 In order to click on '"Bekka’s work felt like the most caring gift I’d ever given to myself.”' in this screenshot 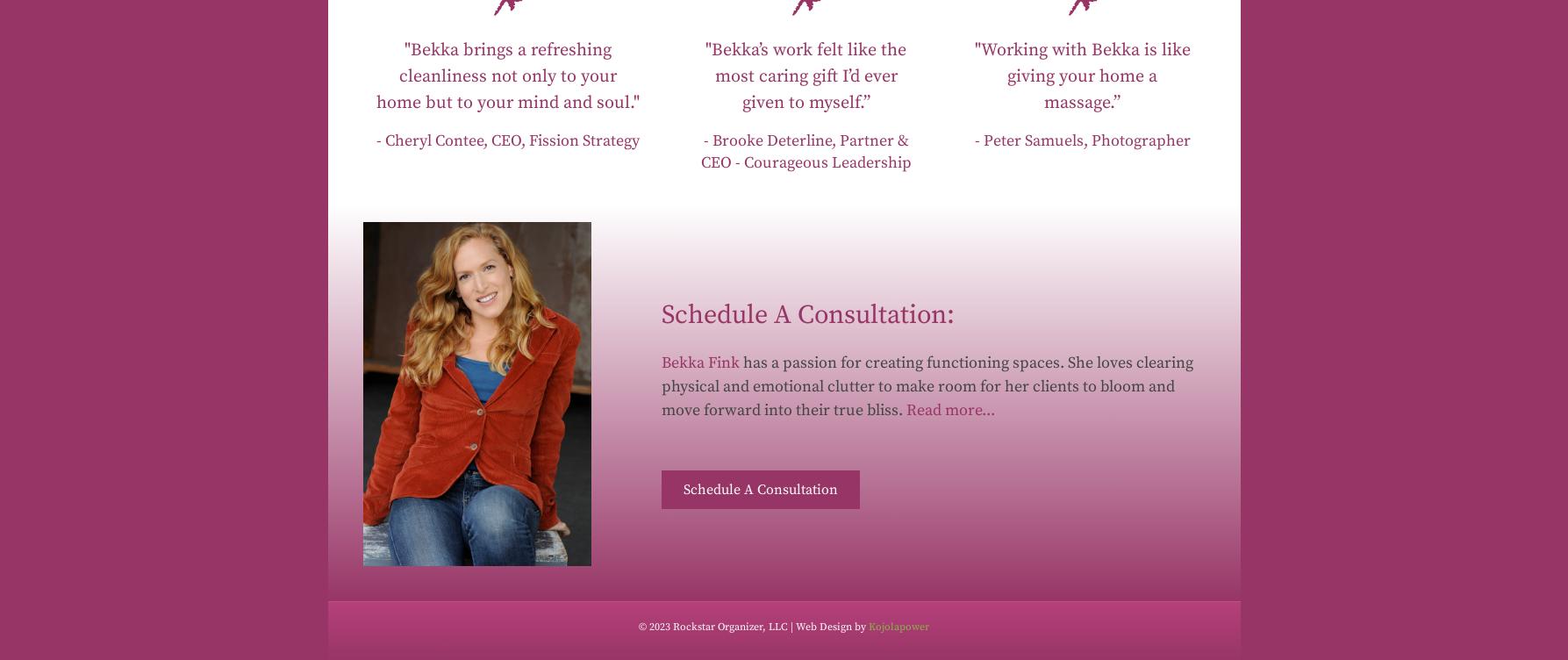, I will do `click(705, 75)`.